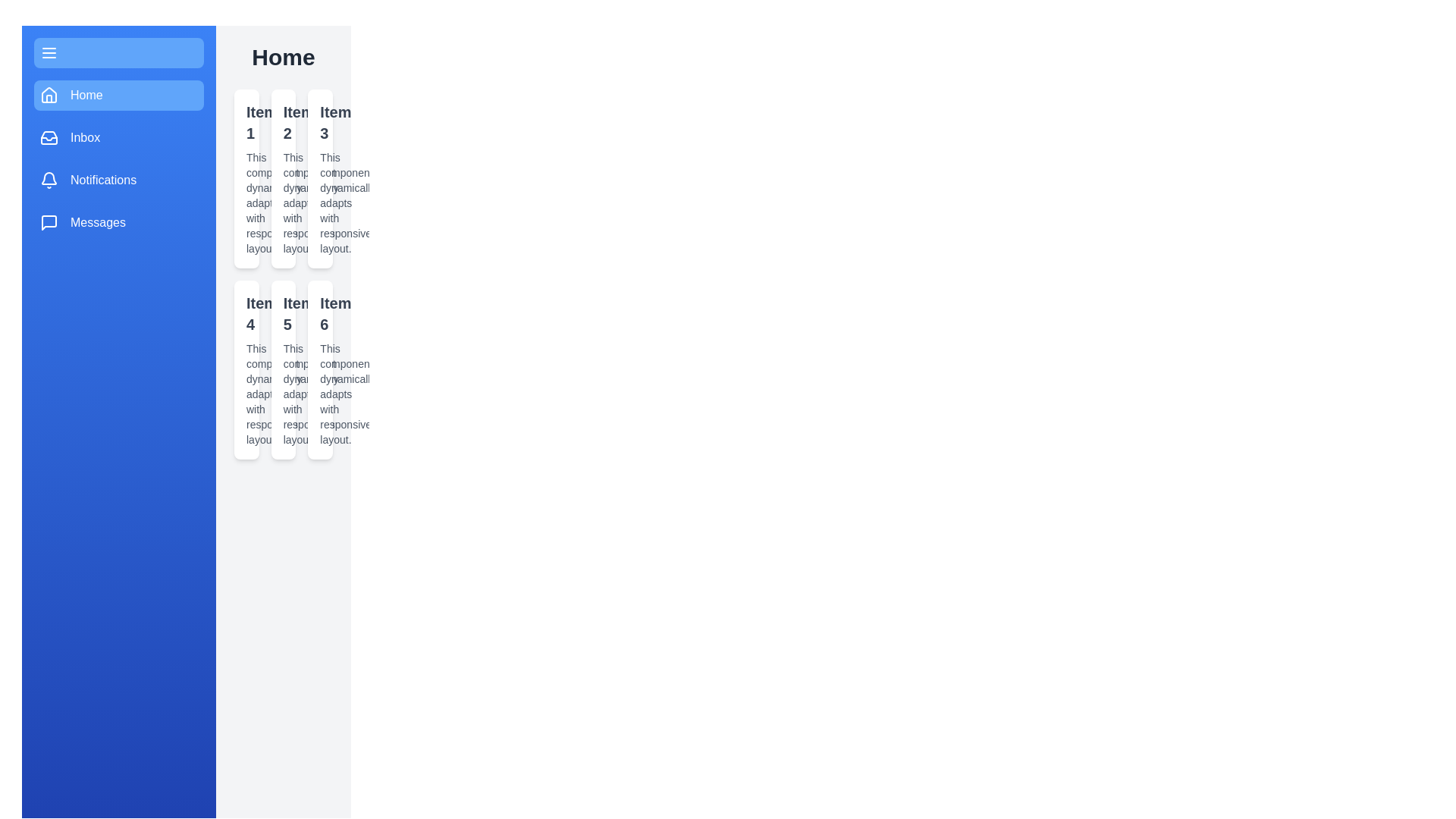 This screenshot has width=1456, height=819. I want to click on the house icon located at the top of the vertical blue-themed sidebar, so click(49, 96).